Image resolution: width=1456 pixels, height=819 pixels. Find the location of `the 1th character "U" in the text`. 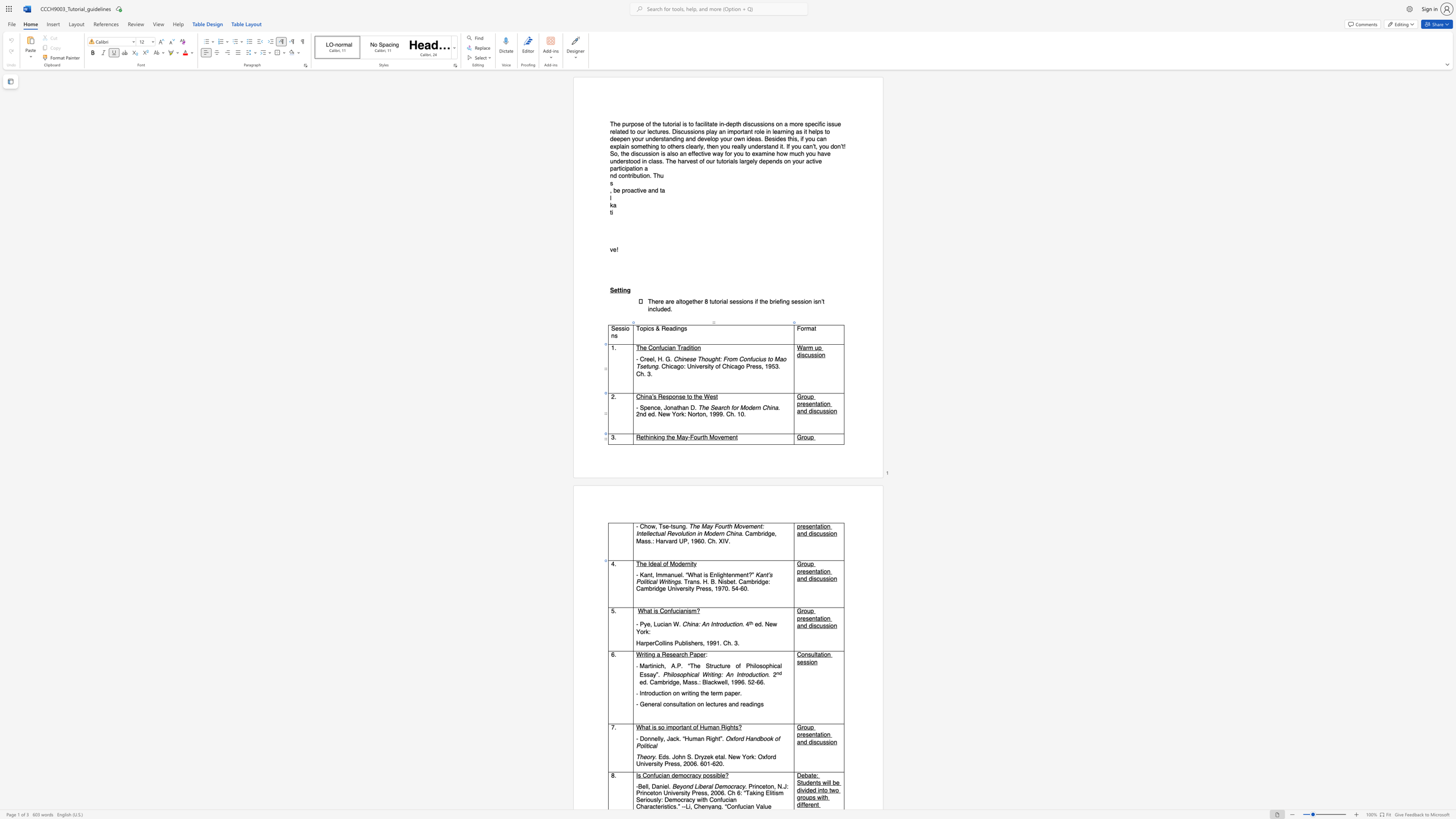

the 1th character "U" in the text is located at coordinates (681, 540).